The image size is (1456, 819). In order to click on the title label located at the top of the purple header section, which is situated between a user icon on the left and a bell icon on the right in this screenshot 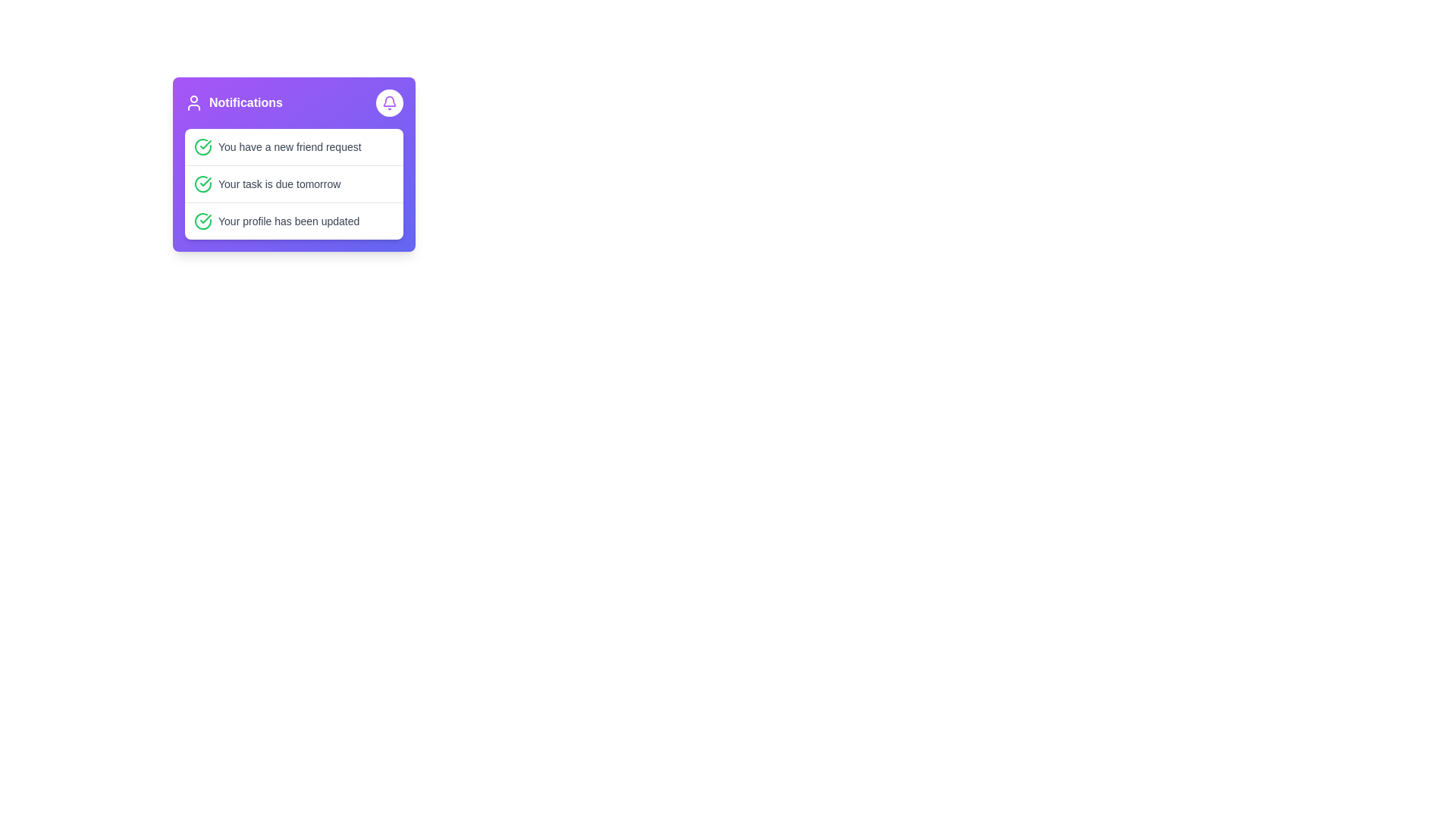, I will do `click(246, 102)`.